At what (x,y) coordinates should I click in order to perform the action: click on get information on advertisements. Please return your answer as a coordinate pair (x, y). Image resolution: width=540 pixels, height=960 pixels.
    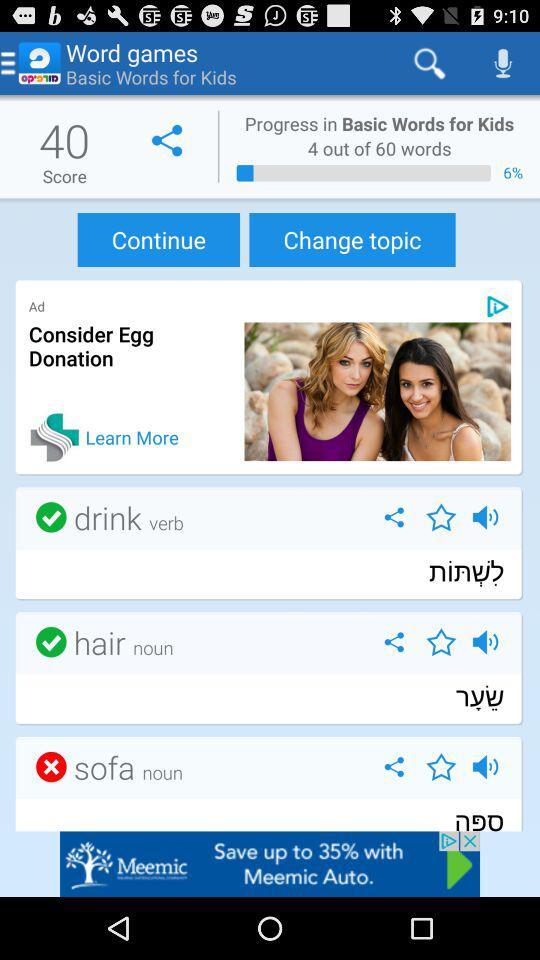
    Looking at the image, I should click on (496, 306).